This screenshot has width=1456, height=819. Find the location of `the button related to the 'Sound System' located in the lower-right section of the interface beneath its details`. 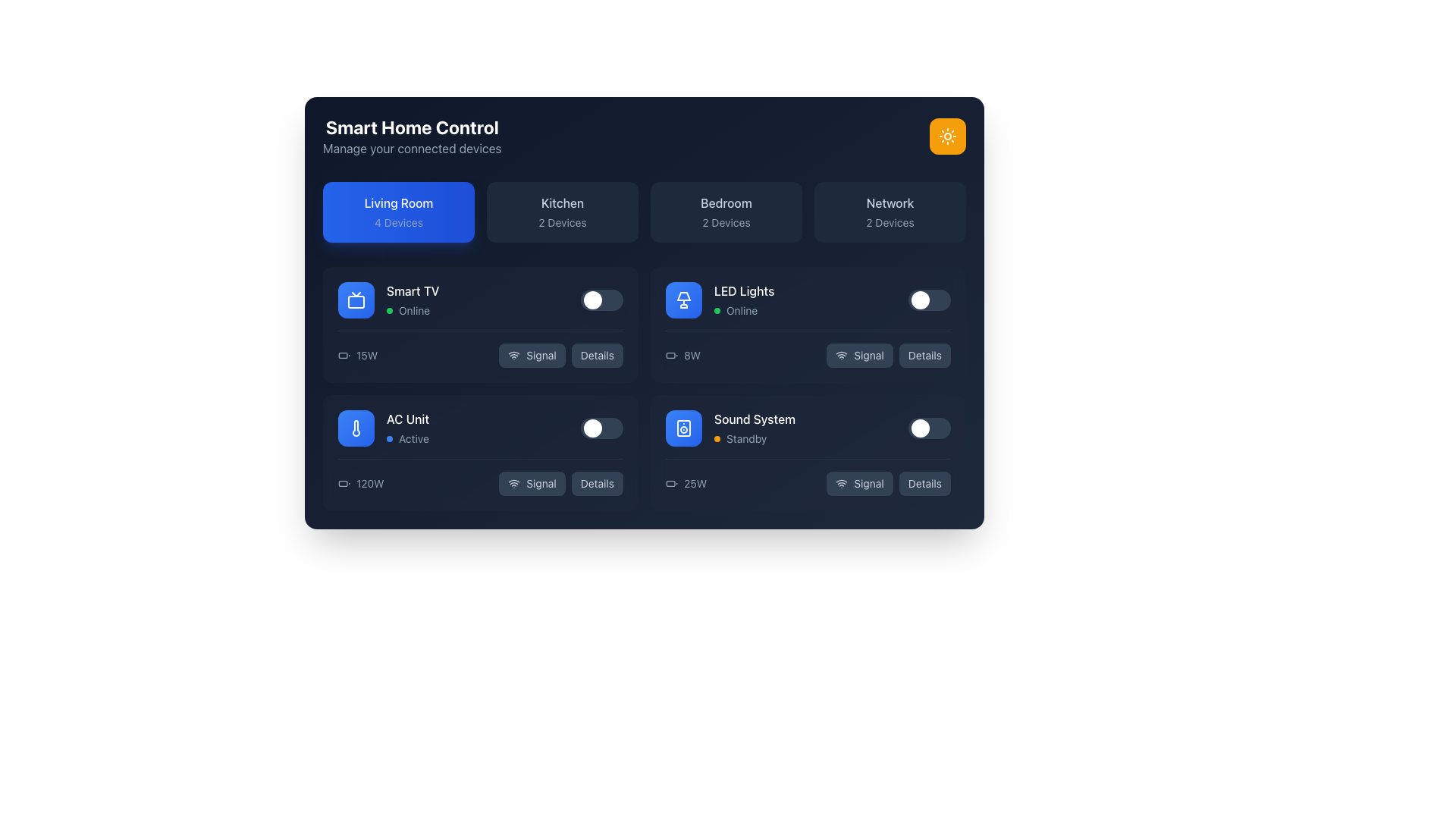

the button related to the 'Sound System' located in the lower-right section of the interface beneath its details is located at coordinates (859, 483).